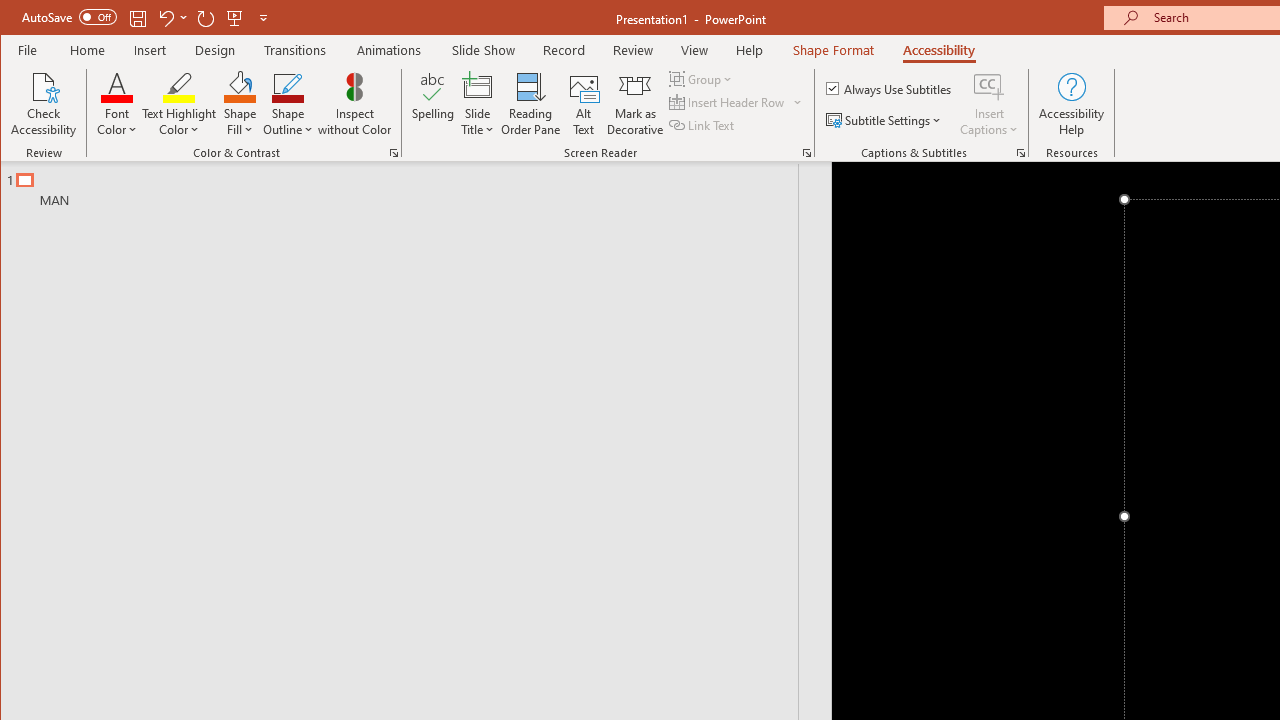  Describe the element at coordinates (531, 104) in the screenshot. I see `'Reading Order Pane'` at that location.